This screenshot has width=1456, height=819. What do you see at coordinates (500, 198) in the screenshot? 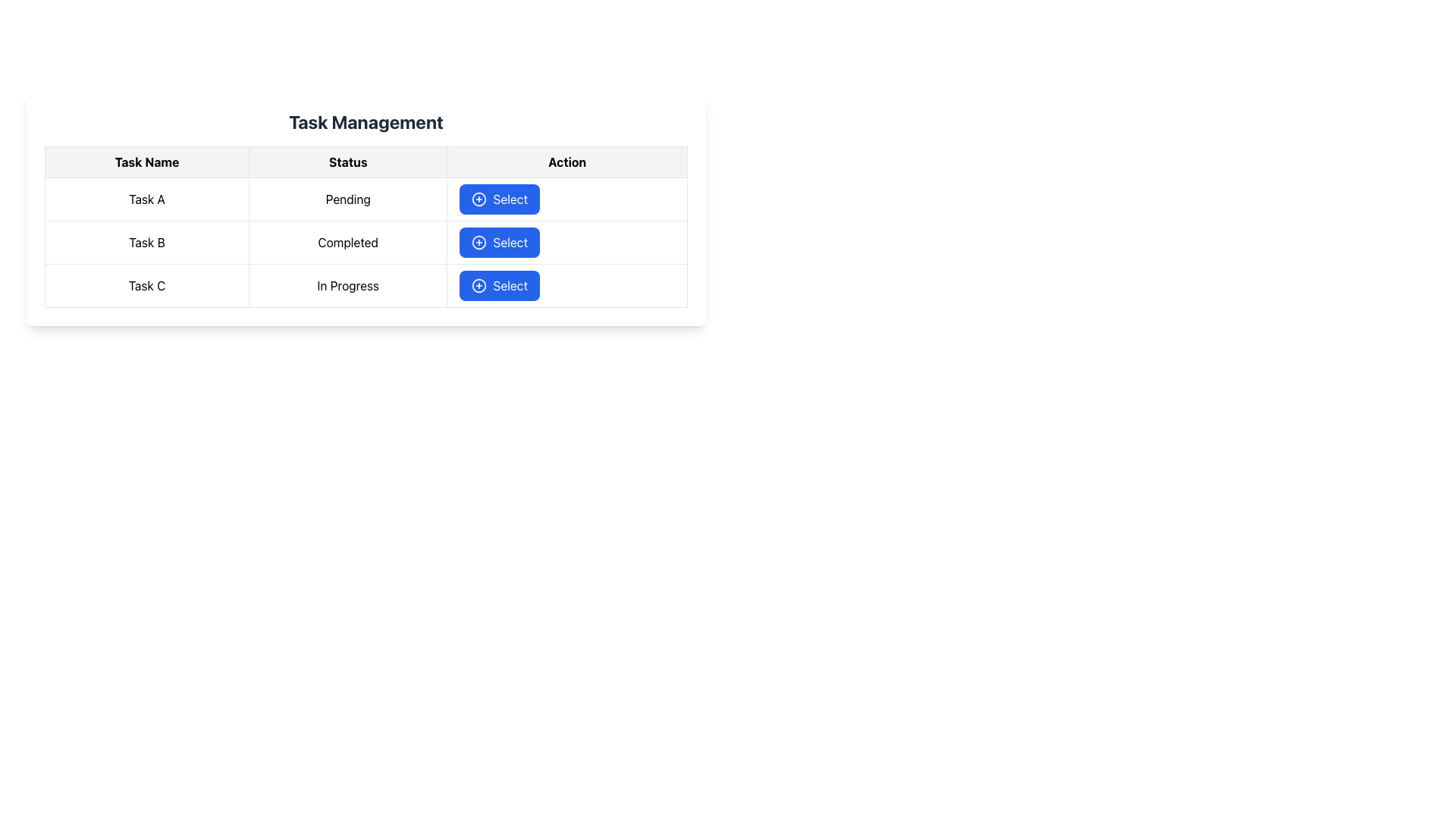
I see `the button in the 'Action' column of the 'Task Management' table in the first row for the task with status 'Pending'` at bounding box center [500, 198].